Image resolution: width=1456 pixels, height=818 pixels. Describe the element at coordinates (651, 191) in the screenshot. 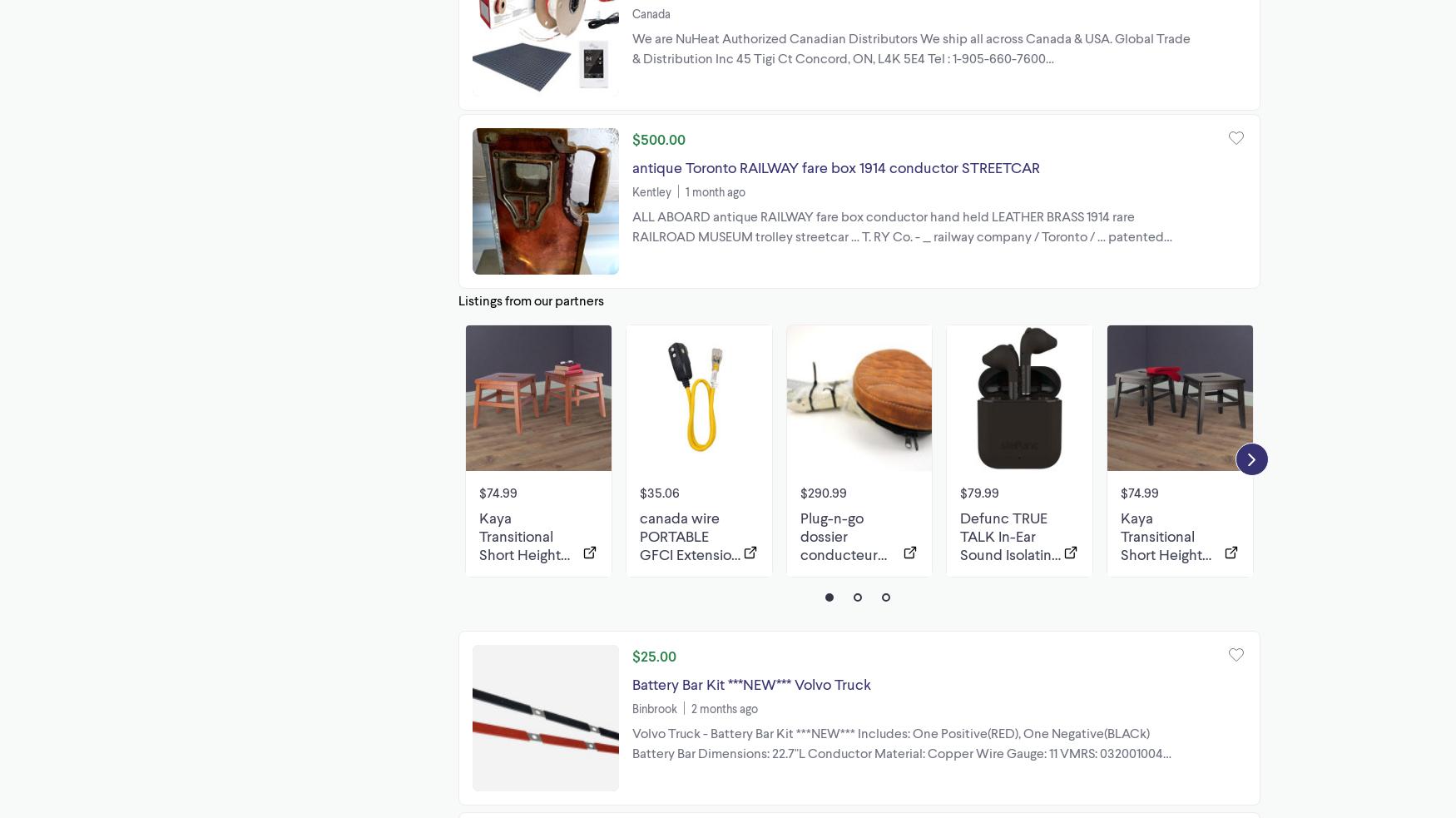

I see `'Kentley'` at that location.